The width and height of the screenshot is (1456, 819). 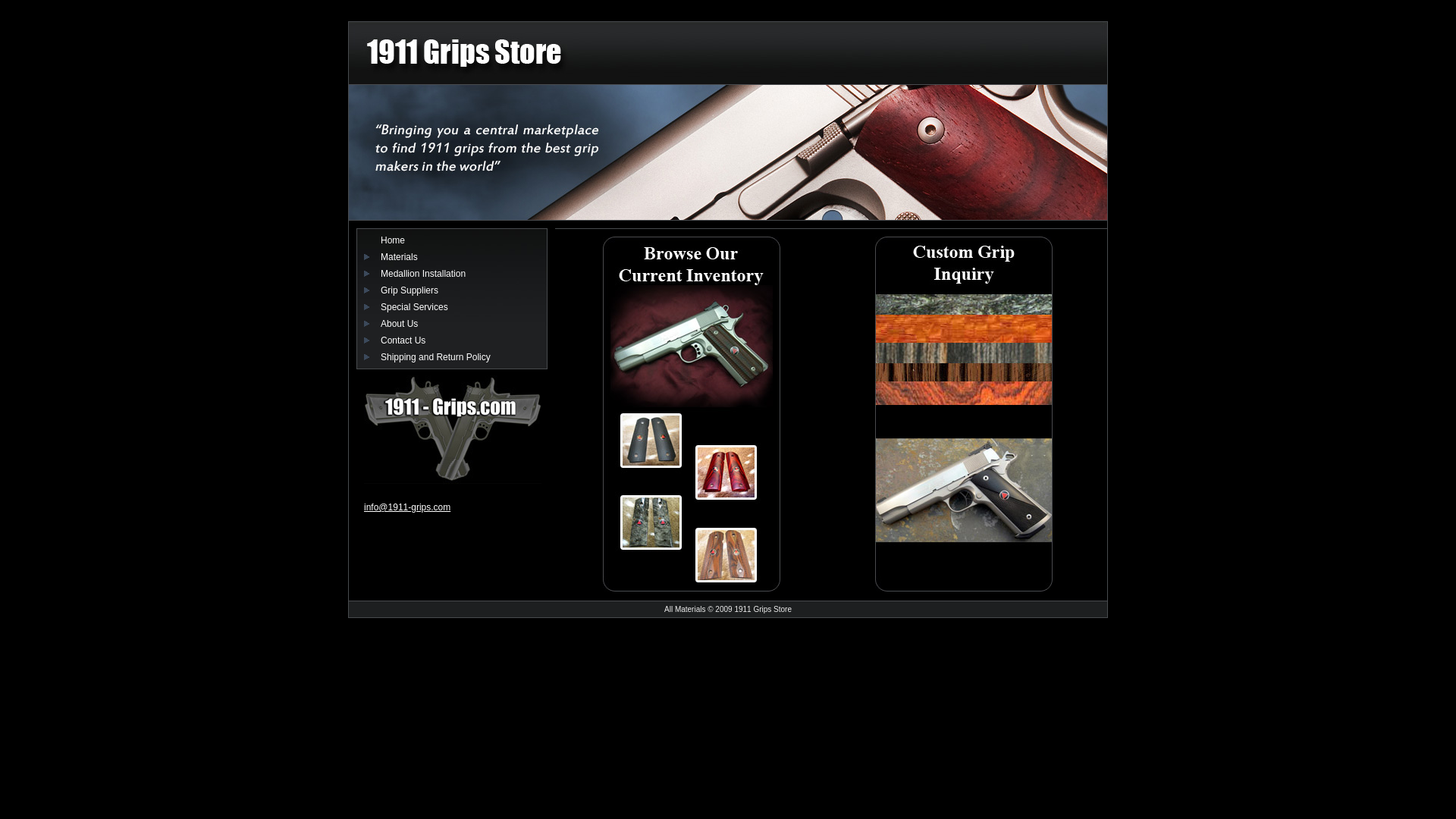 What do you see at coordinates (407, 507) in the screenshot?
I see `'info@1911-grips.com'` at bounding box center [407, 507].